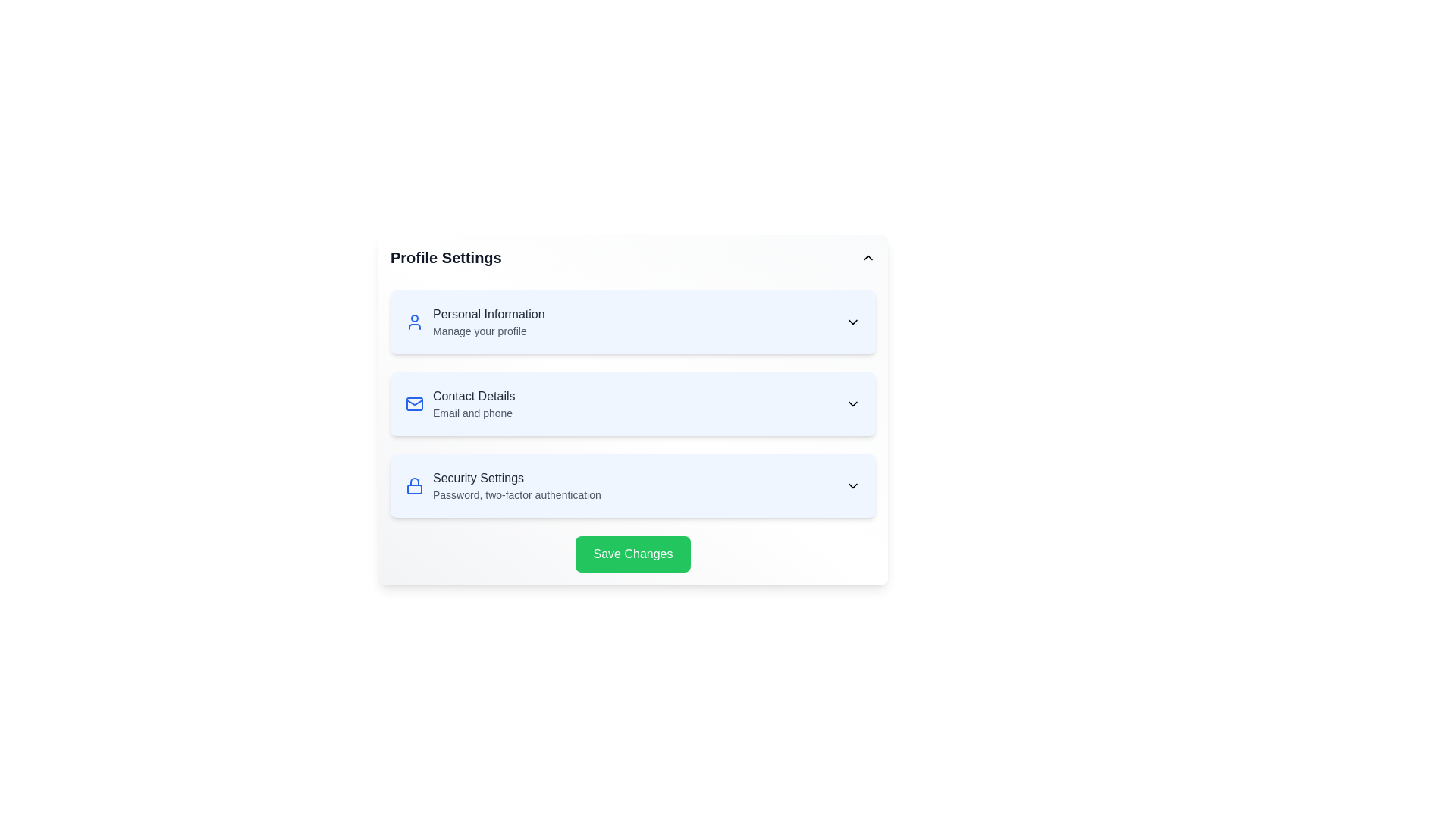  What do you see at coordinates (415, 403) in the screenshot?
I see `the blue rectangular graphic element resembling an envelope, located within the mail icon next to the 'Contact Details' section in the settings panel` at bounding box center [415, 403].